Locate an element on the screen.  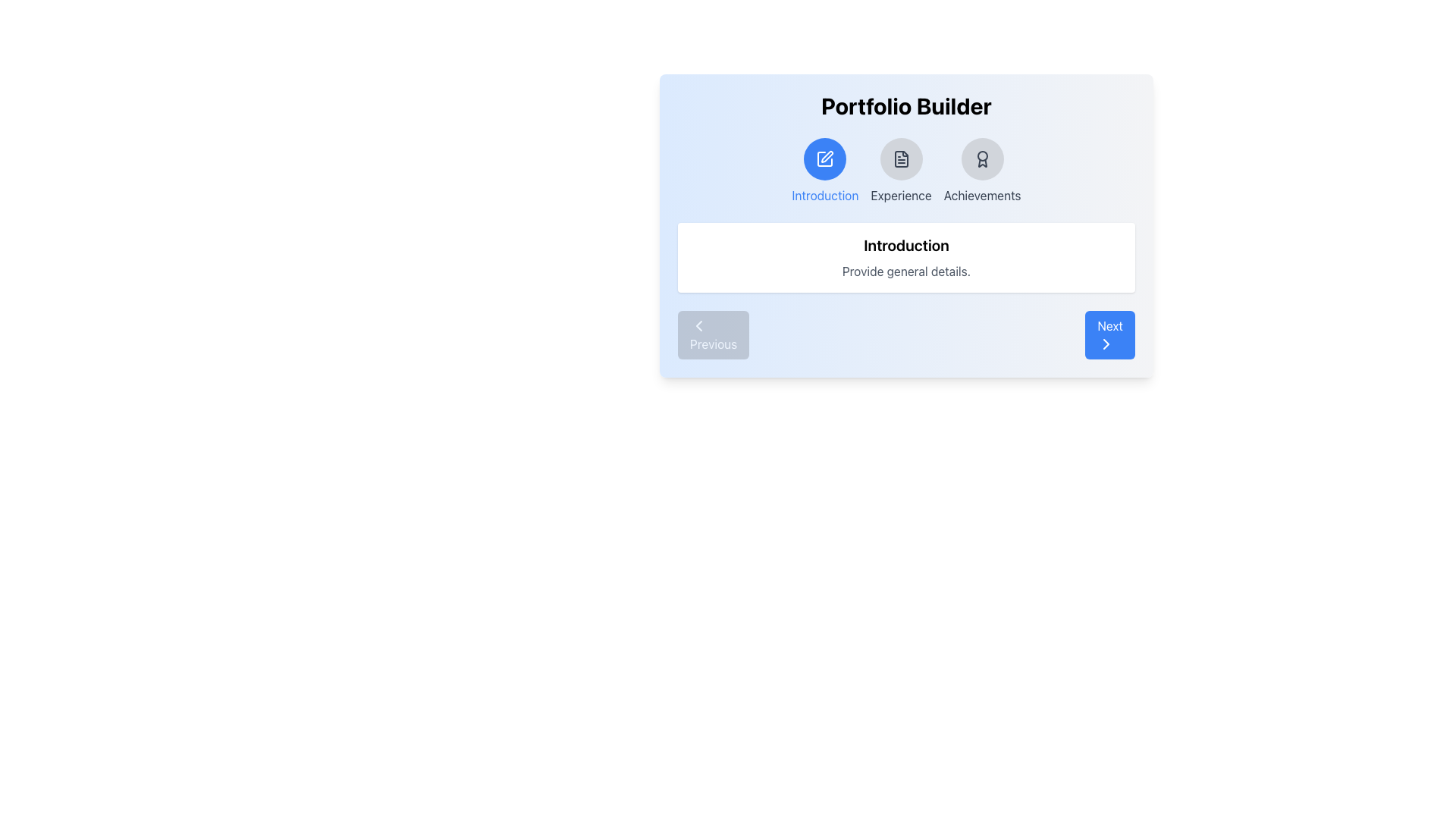
the prominent bold heading labeled 'Introduction', which is styled in a large black font and located within a white box with rounded corners is located at coordinates (906, 245).